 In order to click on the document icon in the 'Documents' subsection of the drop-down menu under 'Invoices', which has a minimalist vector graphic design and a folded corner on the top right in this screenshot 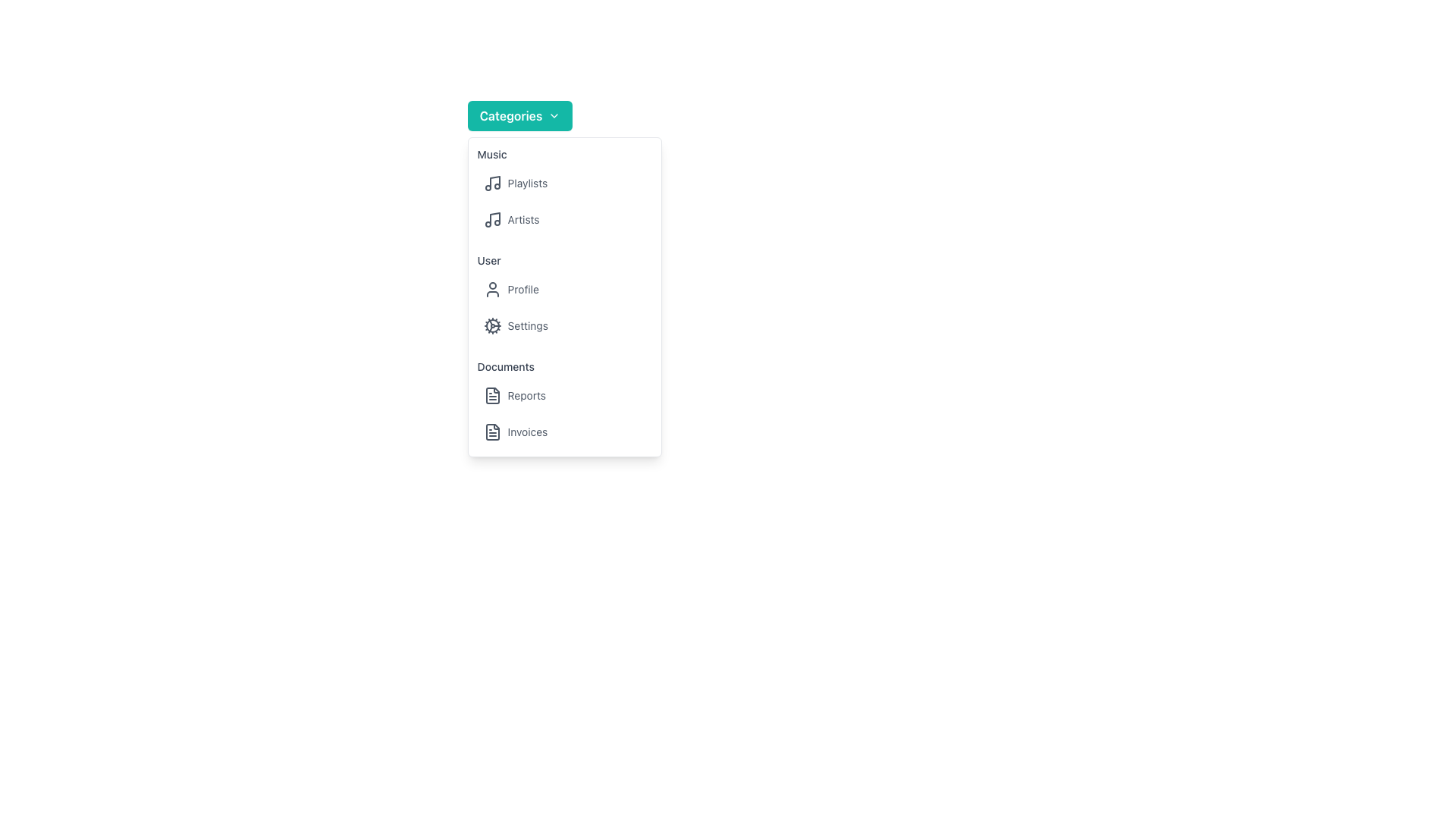, I will do `click(492, 432)`.